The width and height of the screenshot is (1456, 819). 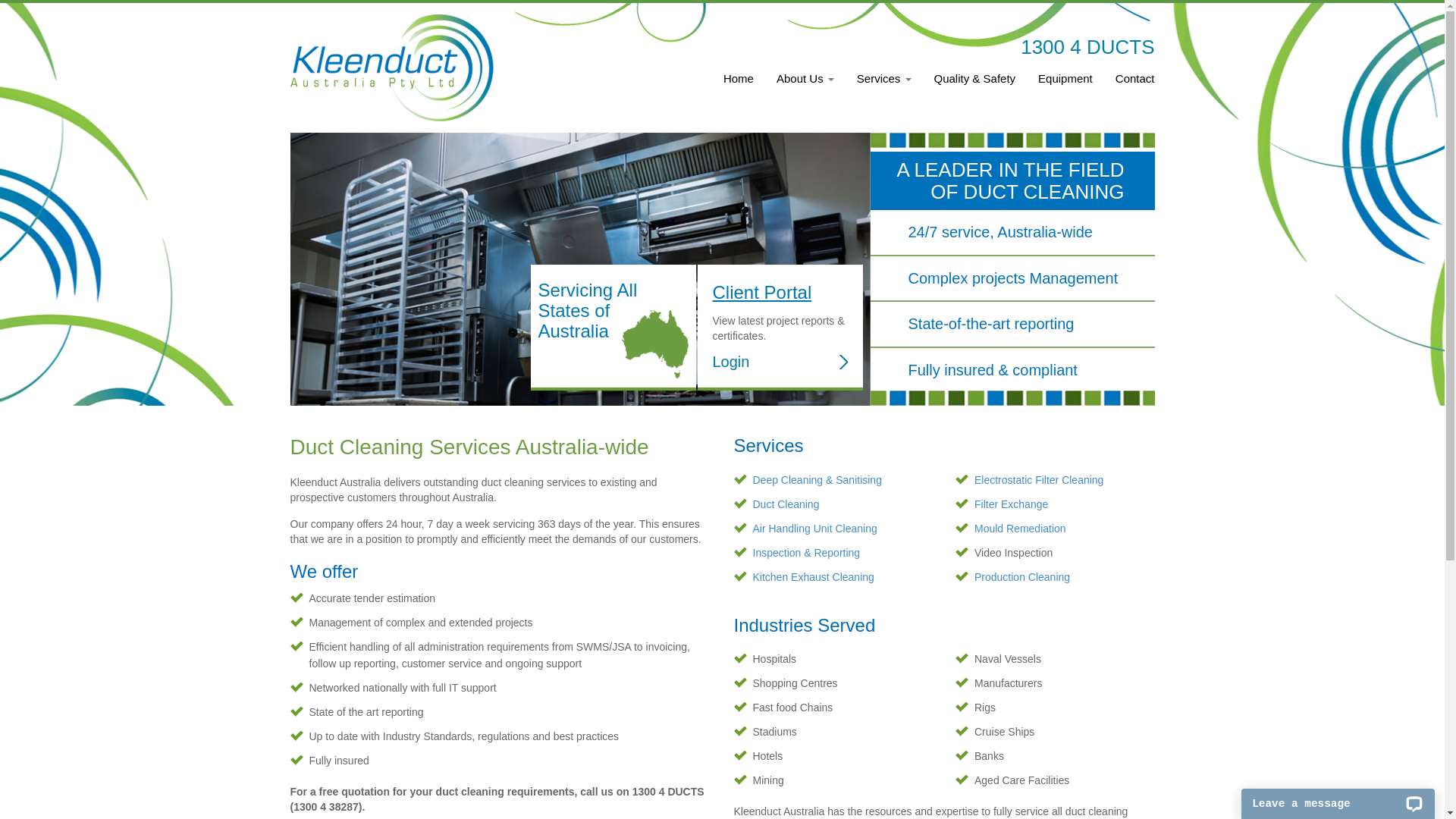 What do you see at coordinates (804, 86) in the screenshot?
I see `'About Us'` at bounding box center [804, 86].